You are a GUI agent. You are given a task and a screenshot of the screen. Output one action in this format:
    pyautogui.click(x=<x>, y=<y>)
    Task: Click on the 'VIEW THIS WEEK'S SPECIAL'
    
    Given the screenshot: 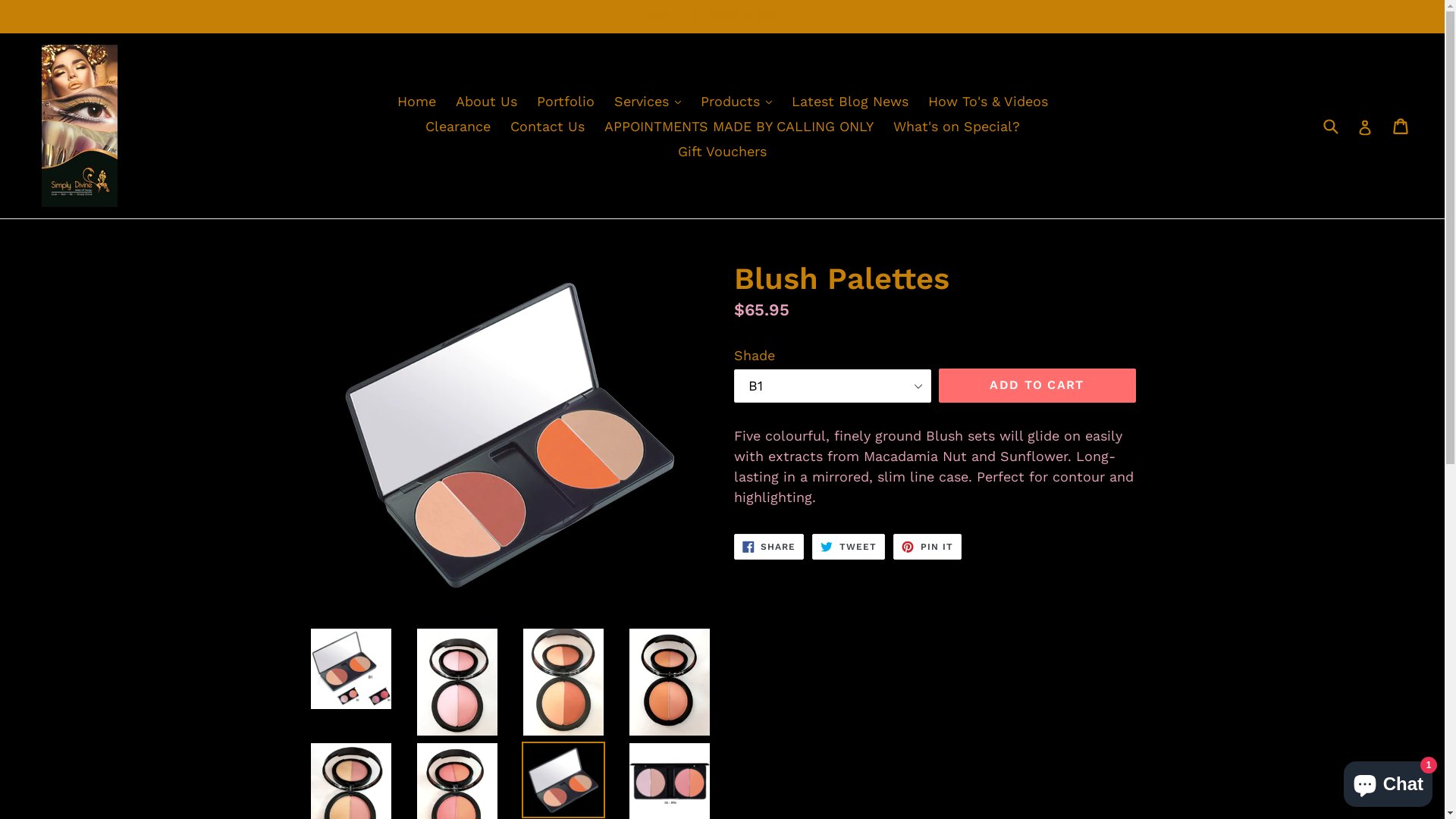 What is the action you would take?
    pyautogui.click(x=721, y=17)
    